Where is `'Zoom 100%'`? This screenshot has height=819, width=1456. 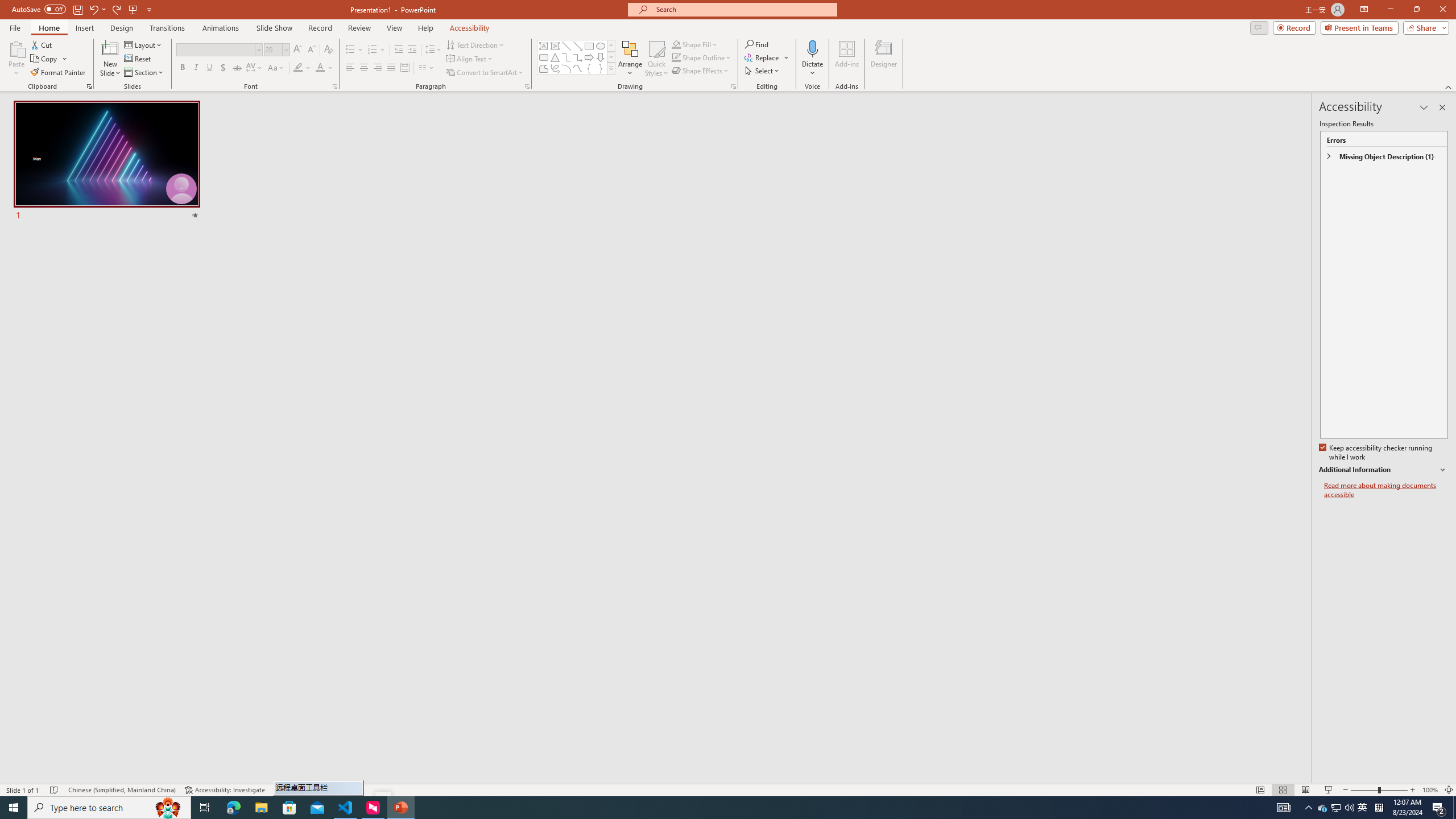
'Zoom 100%' is located at coordinates (1430, 790).